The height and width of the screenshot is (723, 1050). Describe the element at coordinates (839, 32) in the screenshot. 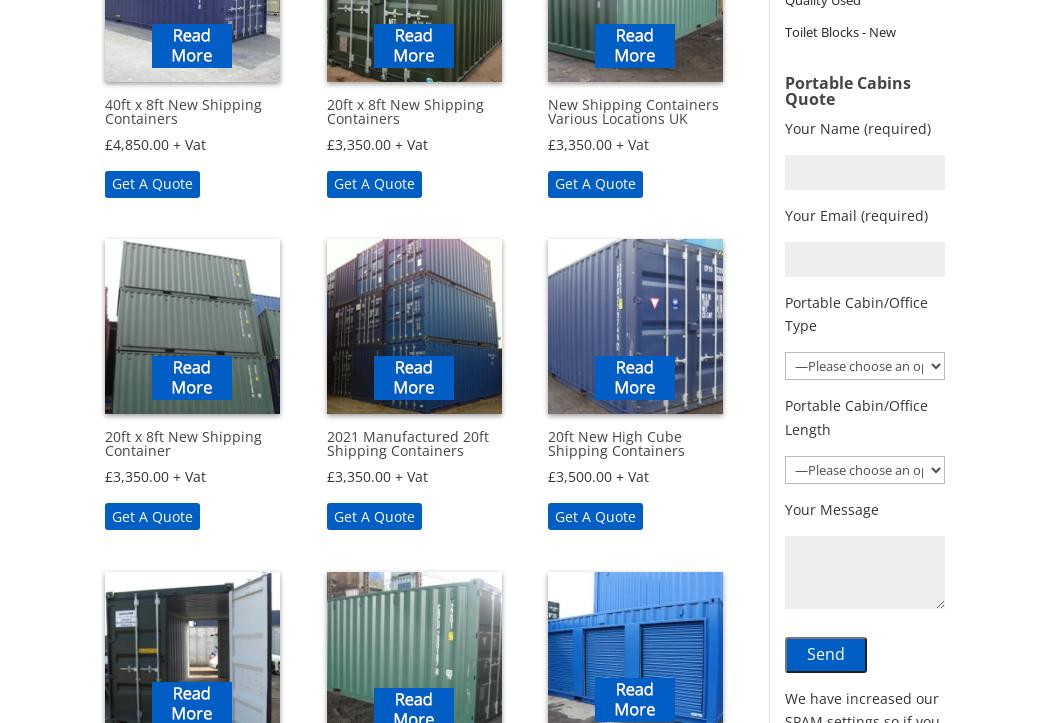

I see `'Toilet Blocks - New'` at that location.